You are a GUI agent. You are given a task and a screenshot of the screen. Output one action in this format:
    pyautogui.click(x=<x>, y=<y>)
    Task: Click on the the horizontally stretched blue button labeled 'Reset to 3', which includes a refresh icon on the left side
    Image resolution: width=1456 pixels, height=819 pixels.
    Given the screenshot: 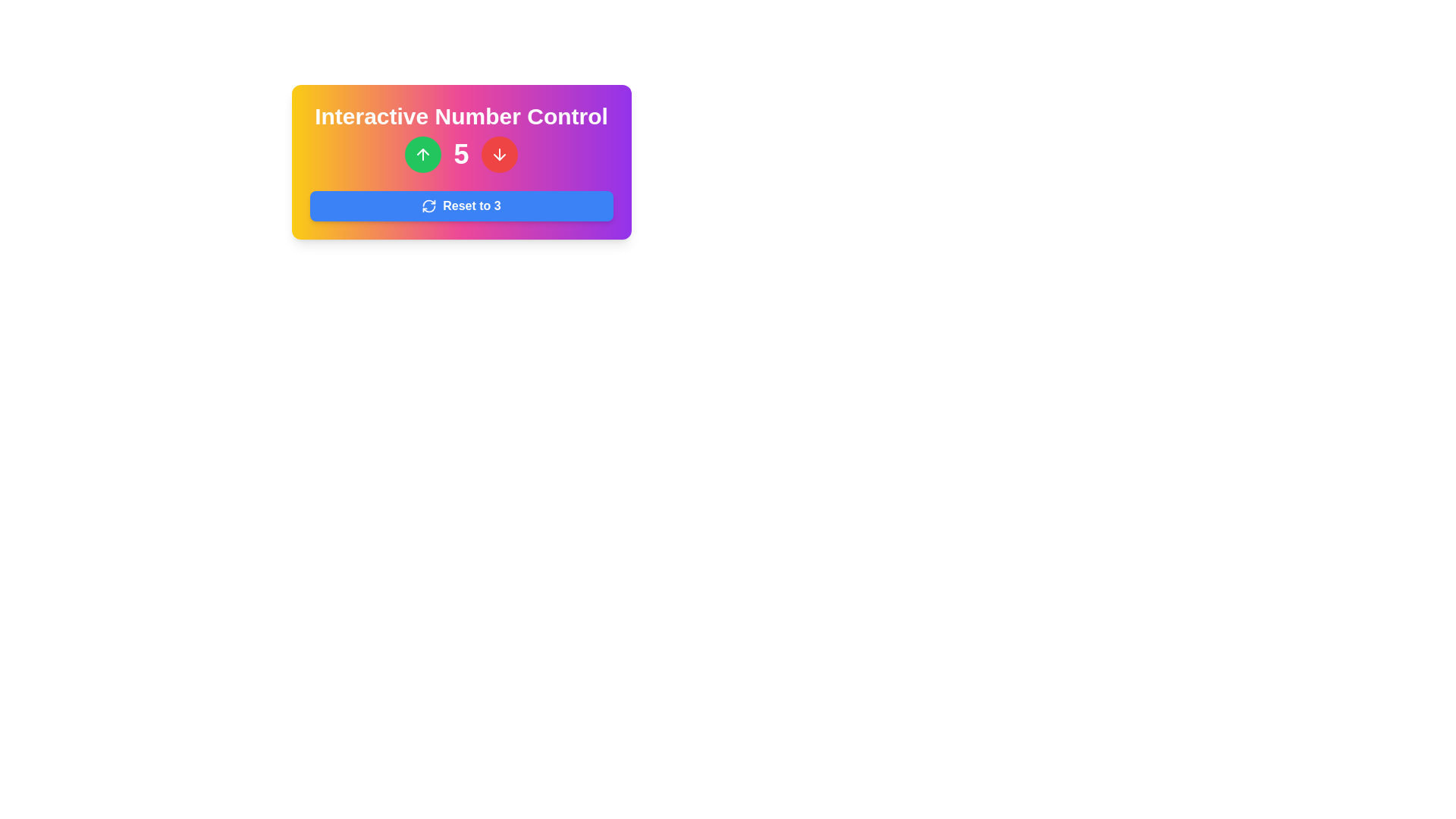 What is the action you would take?
    pyautogui.click(x=460, y=206)
    